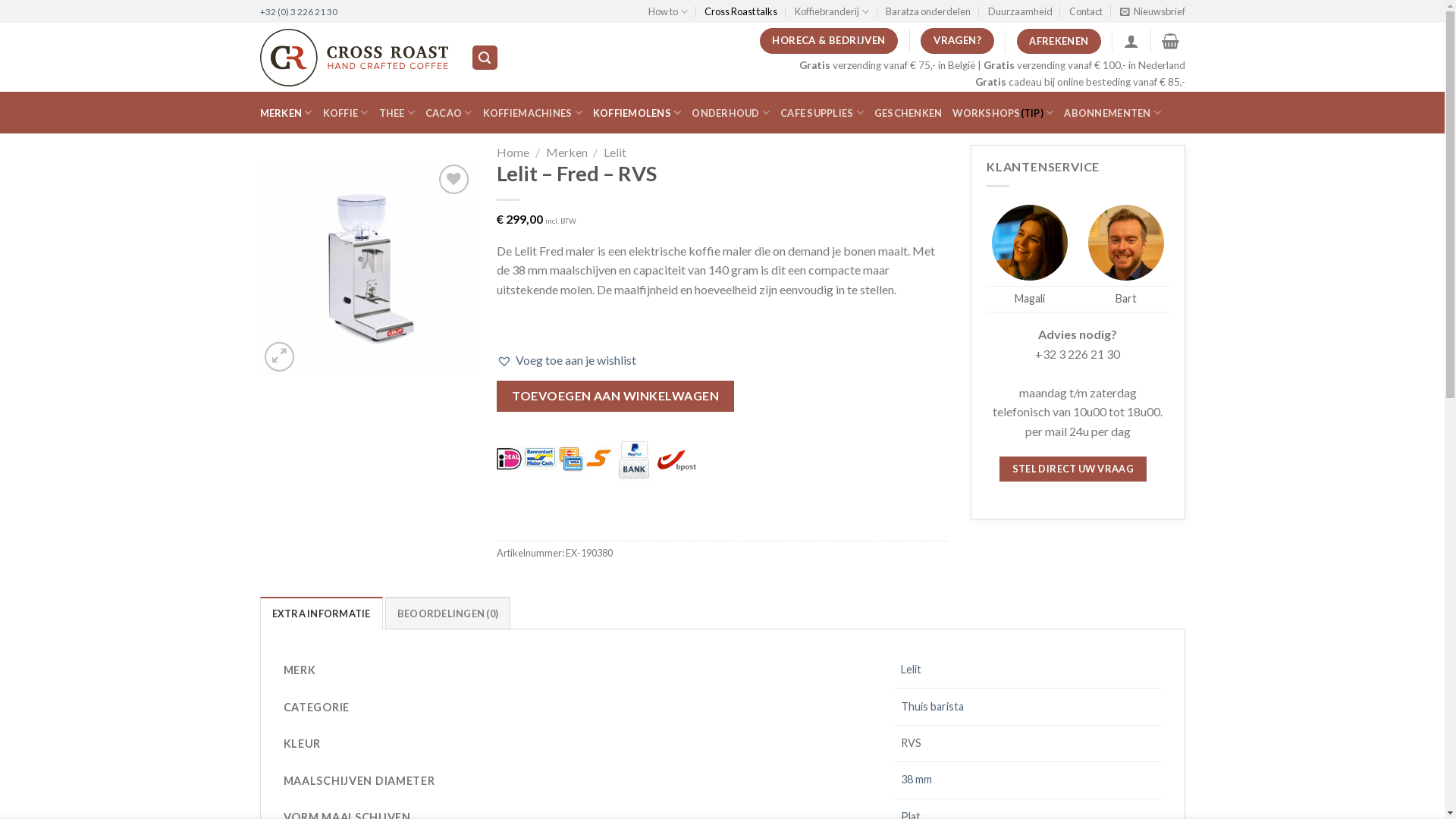  I want to click on 'BEOORDELINGEN (0)', so click(447, 611).